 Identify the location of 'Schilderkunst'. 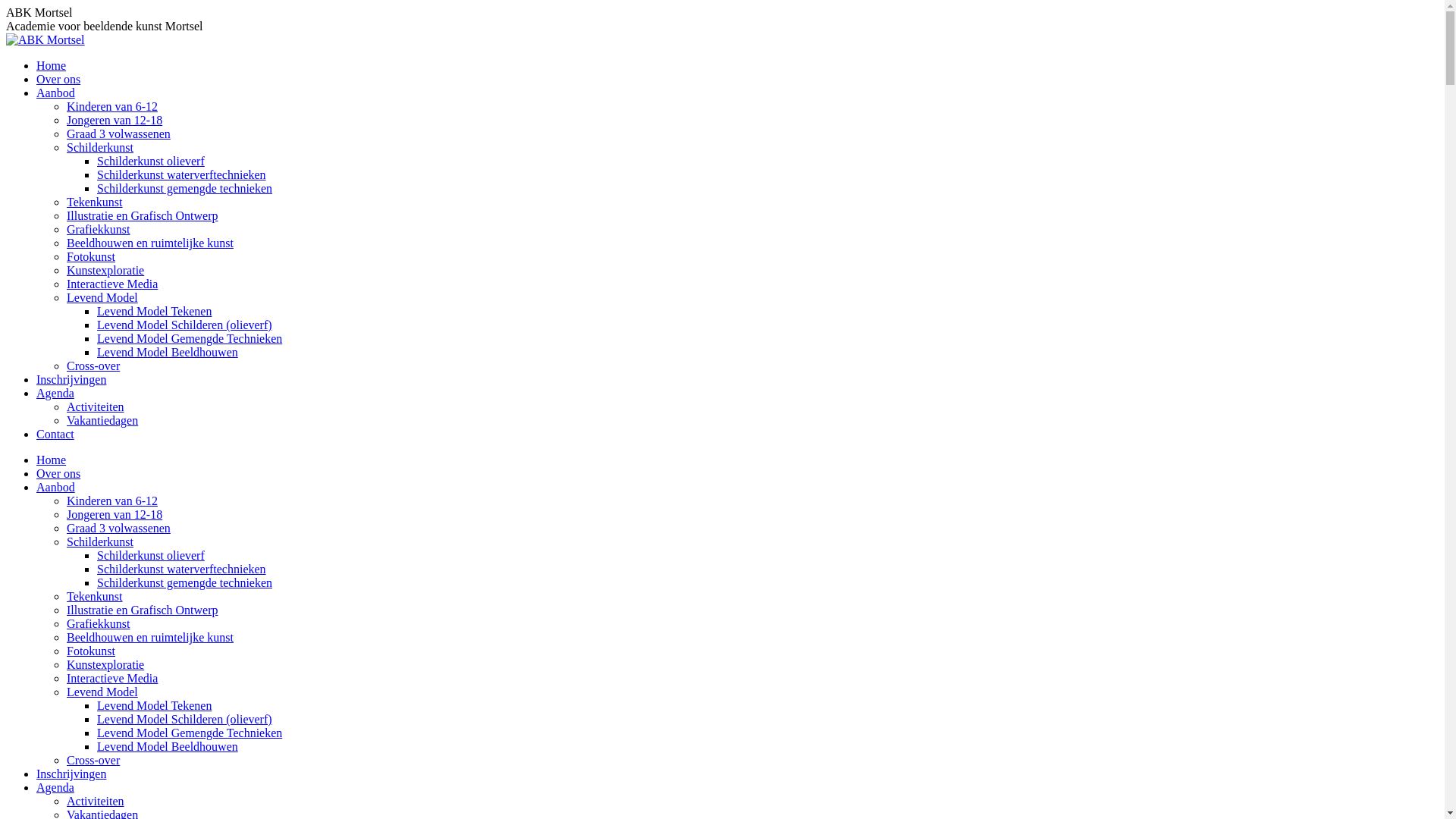
(99, 541).